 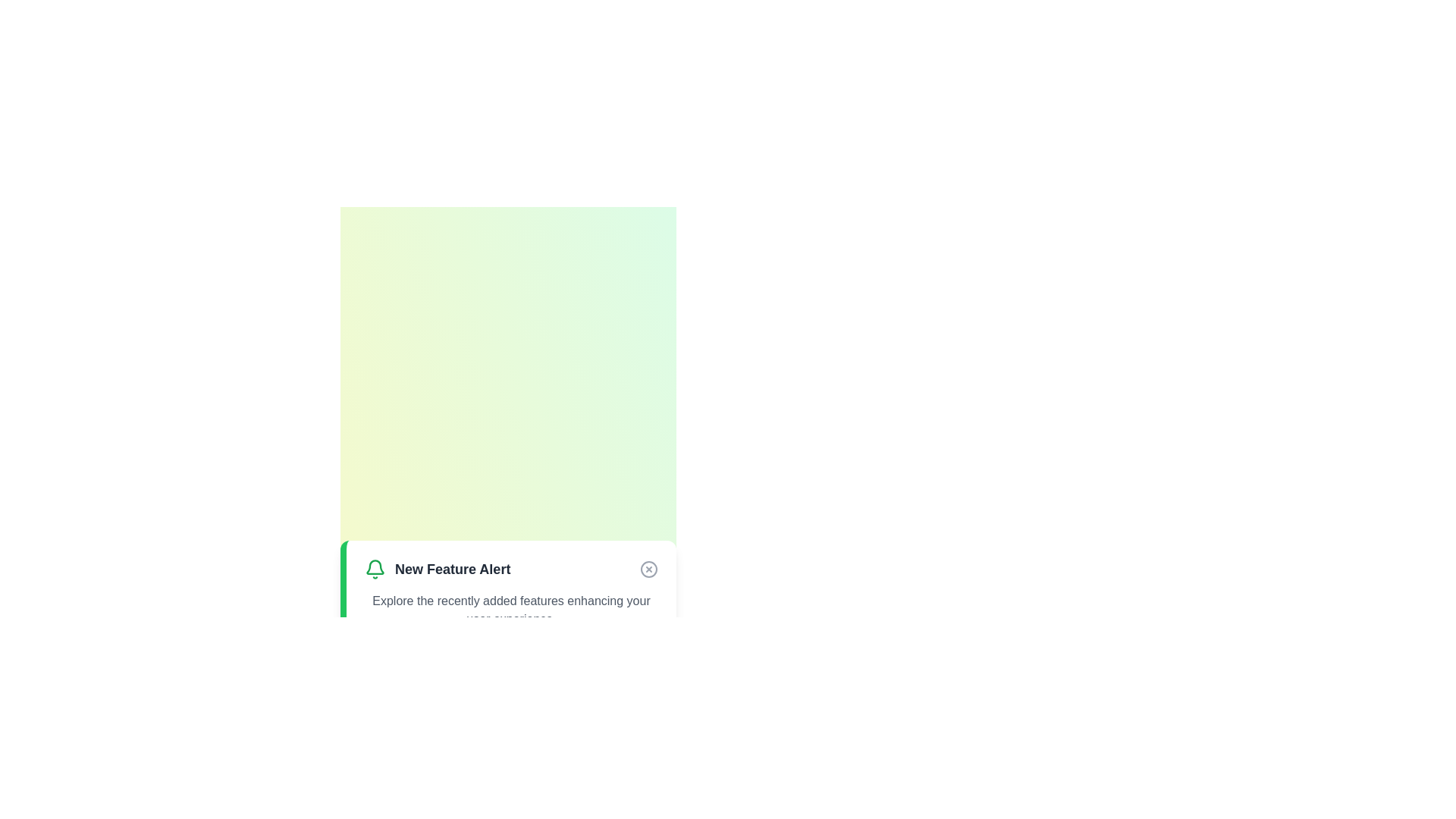 I want to click on the decorative notification icon located to the left of the text 'New Feature Alert' in the top-left corner of the alert box, so click(x=375, y=567).